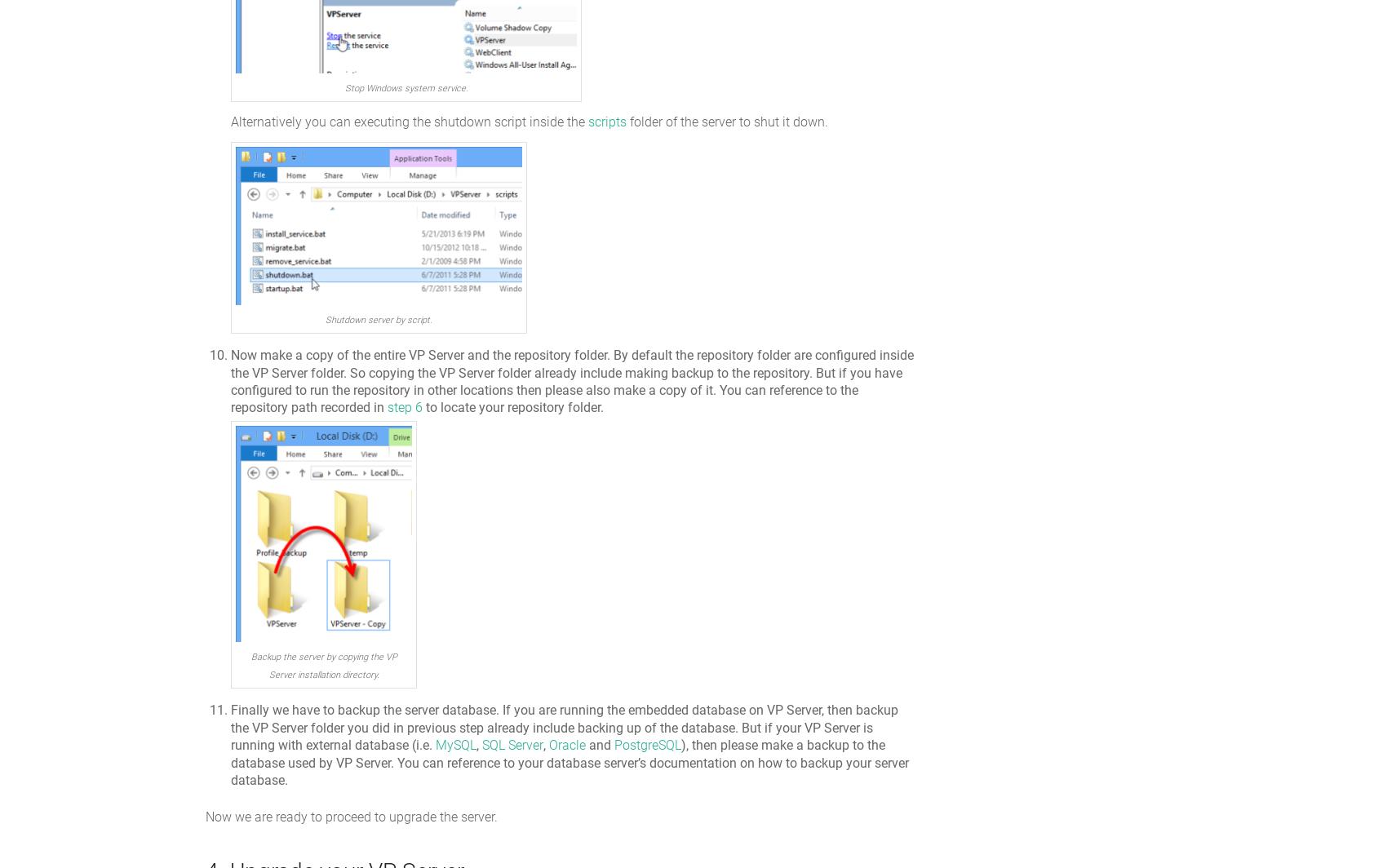 This screenshot has height=868, width=1374. What do you see at coordinates (409, 121) in the screenshot?
I see `'Alternatively you can executing the shutdown script inside the'` at bounding box center [409, 121].